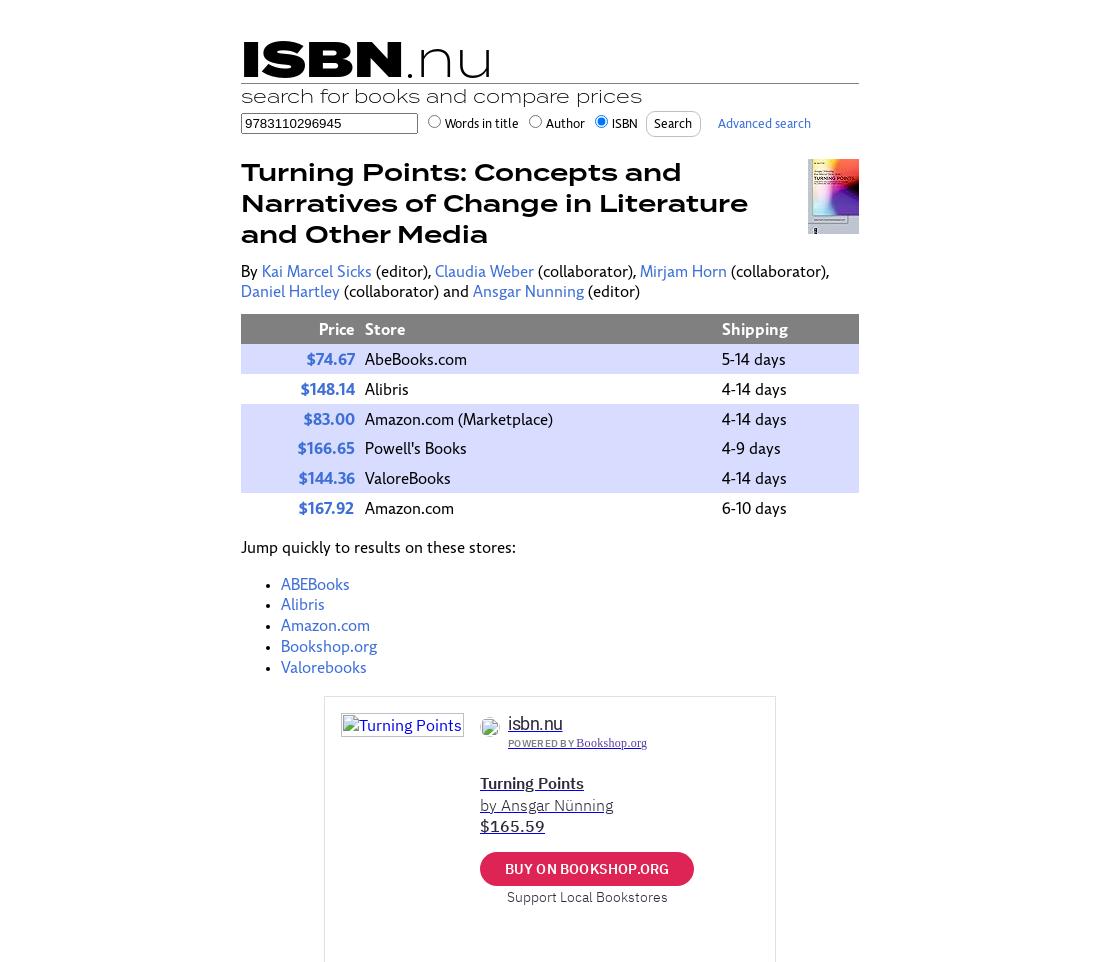  I want to click on '$166.65', so click(325, 449).